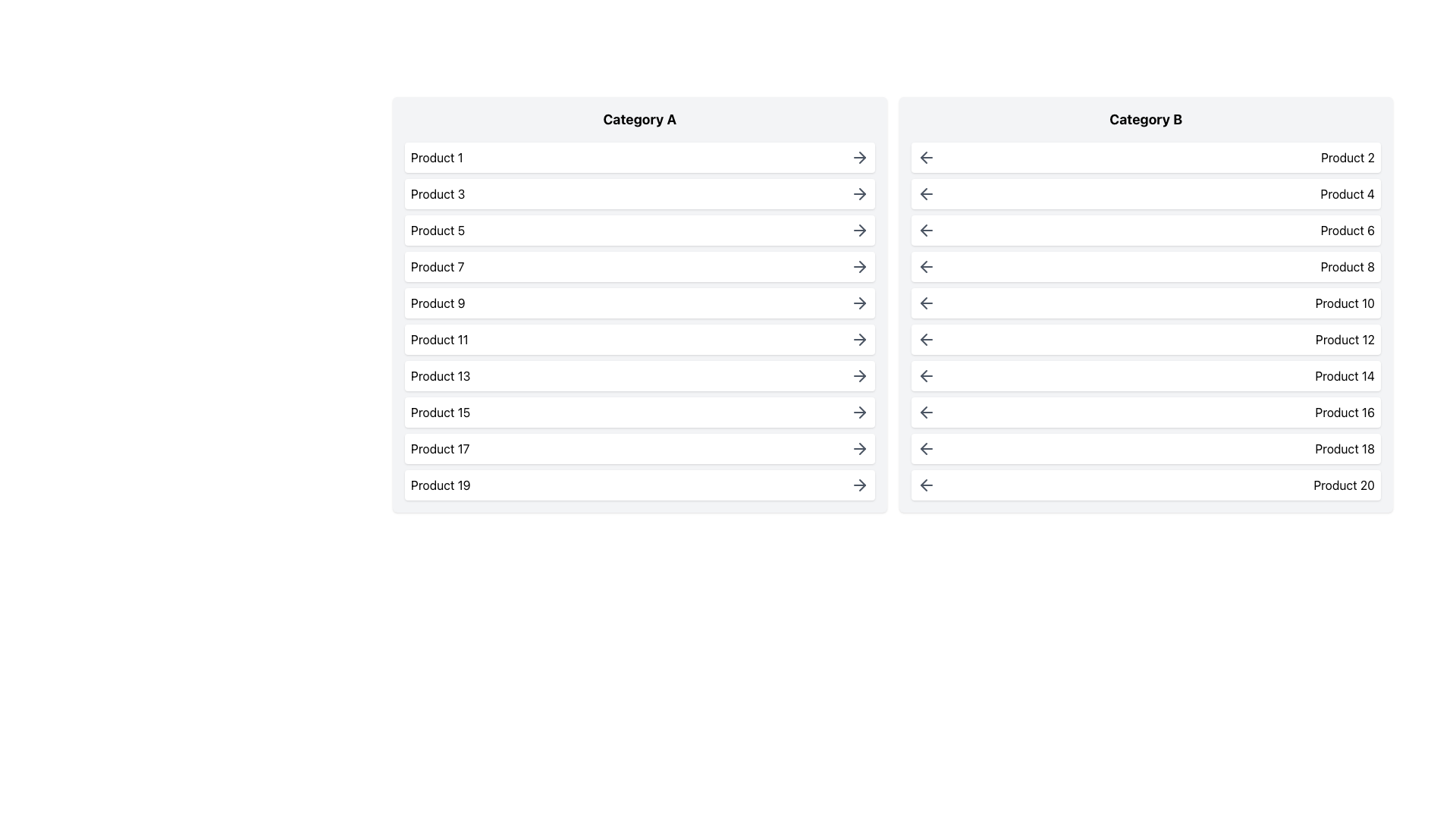  What do you see at coordinates (439, 447) in the screenshot?
I see `the label reading 'Product 17' located in 'Category A' on the left column` at bounding box center [439, 447].